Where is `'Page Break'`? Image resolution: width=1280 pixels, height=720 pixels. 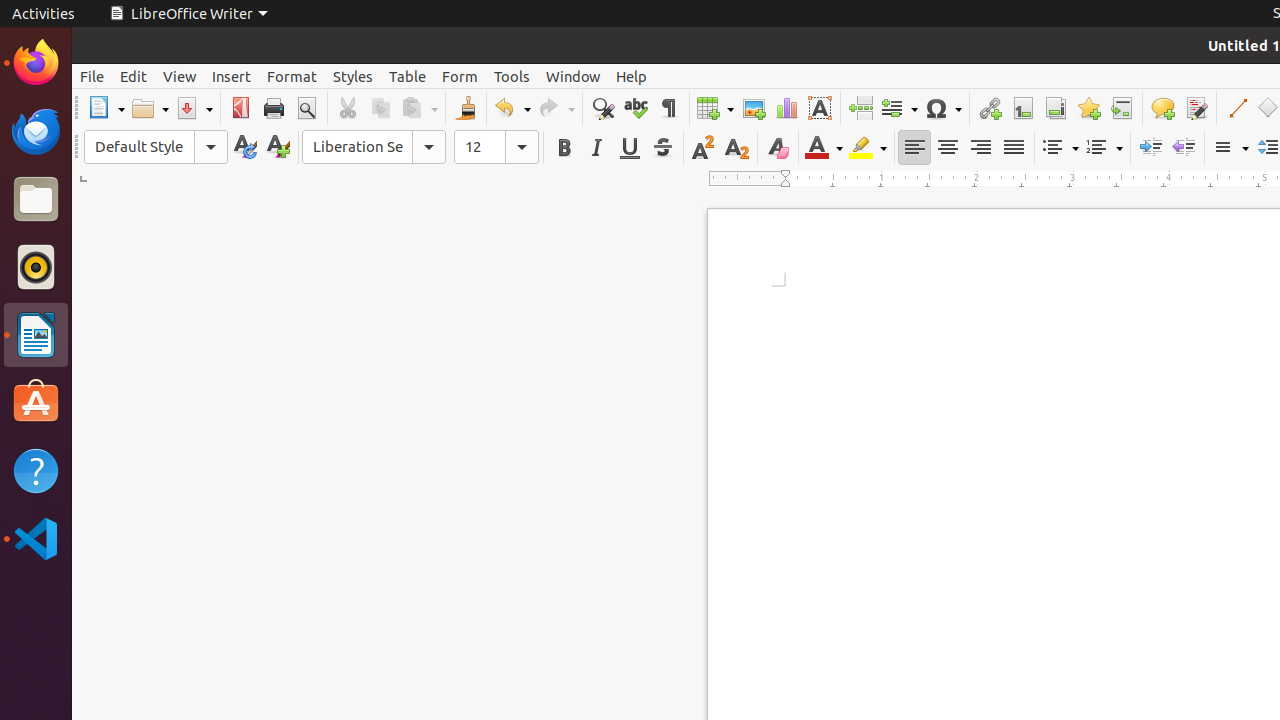 'Page Break' is located at coordinates (860, 108).